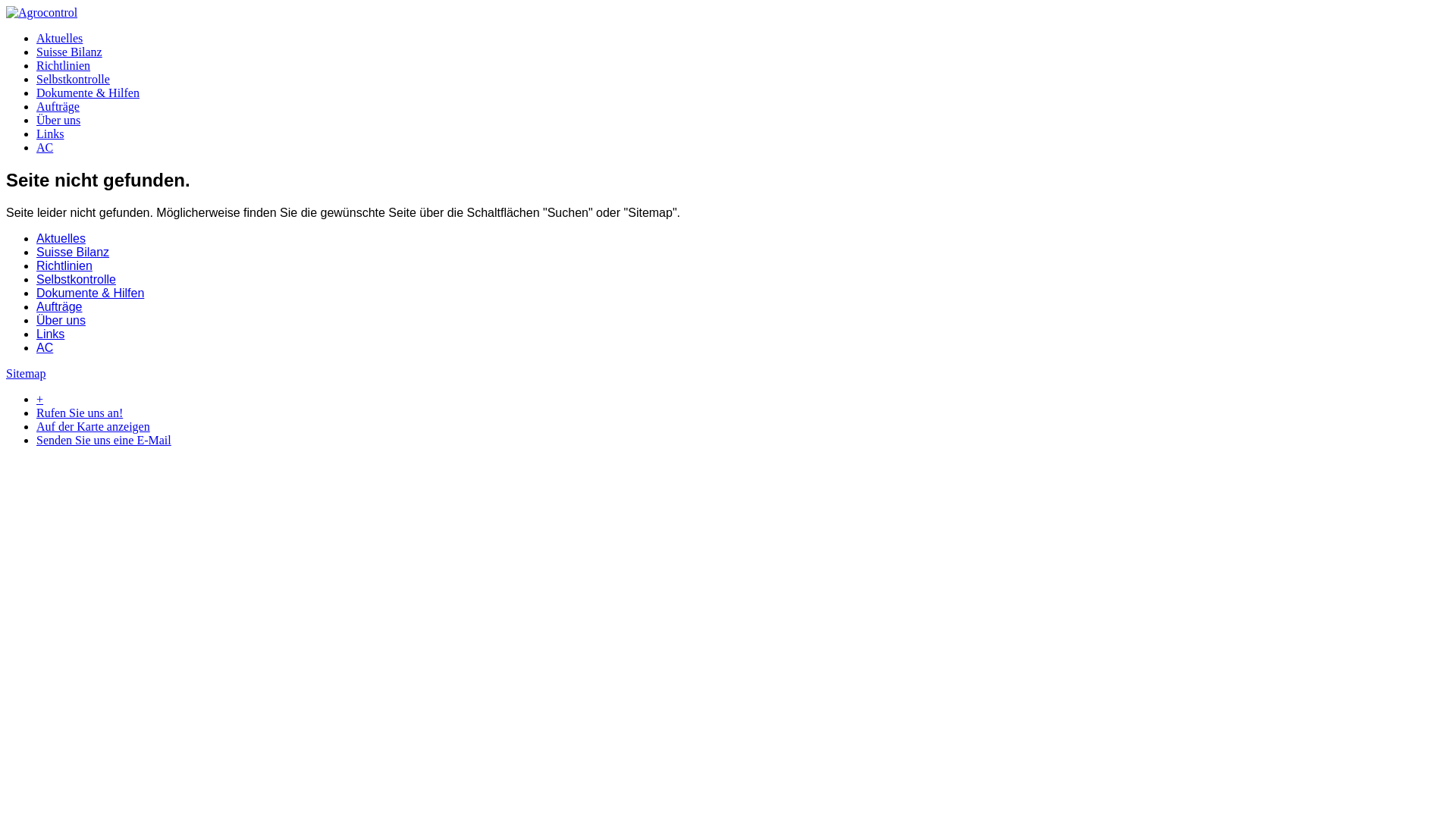 The height and width of the screenshot is (819, 1456). I want to click on 'Links', so click(50, 333).